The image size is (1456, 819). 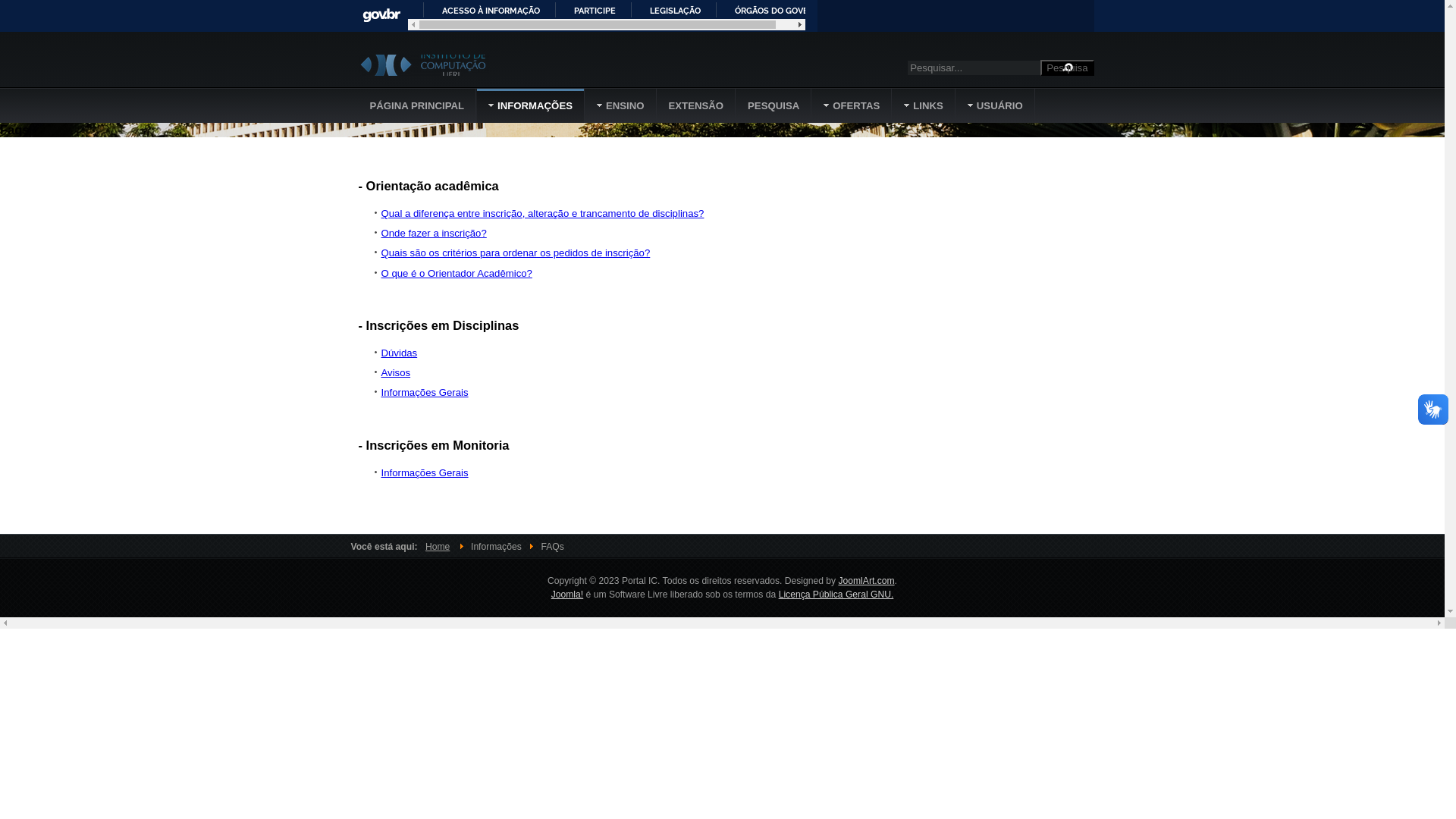 What do you see at coordinates (621, 105) in the screenshot?
I see `'ENSINO'` at bounding box center [621, 105].